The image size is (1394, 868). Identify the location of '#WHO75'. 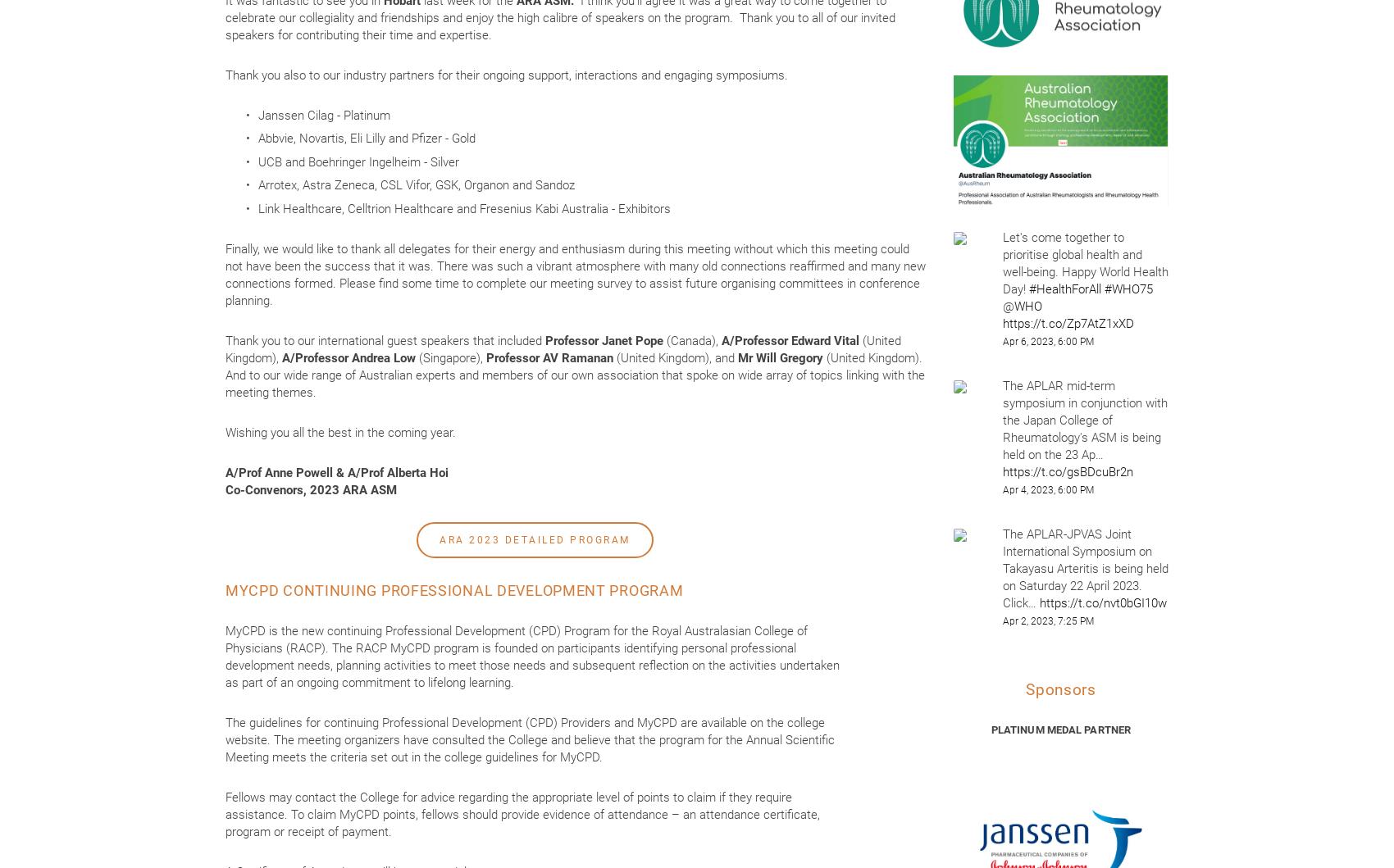
(1128, 288).